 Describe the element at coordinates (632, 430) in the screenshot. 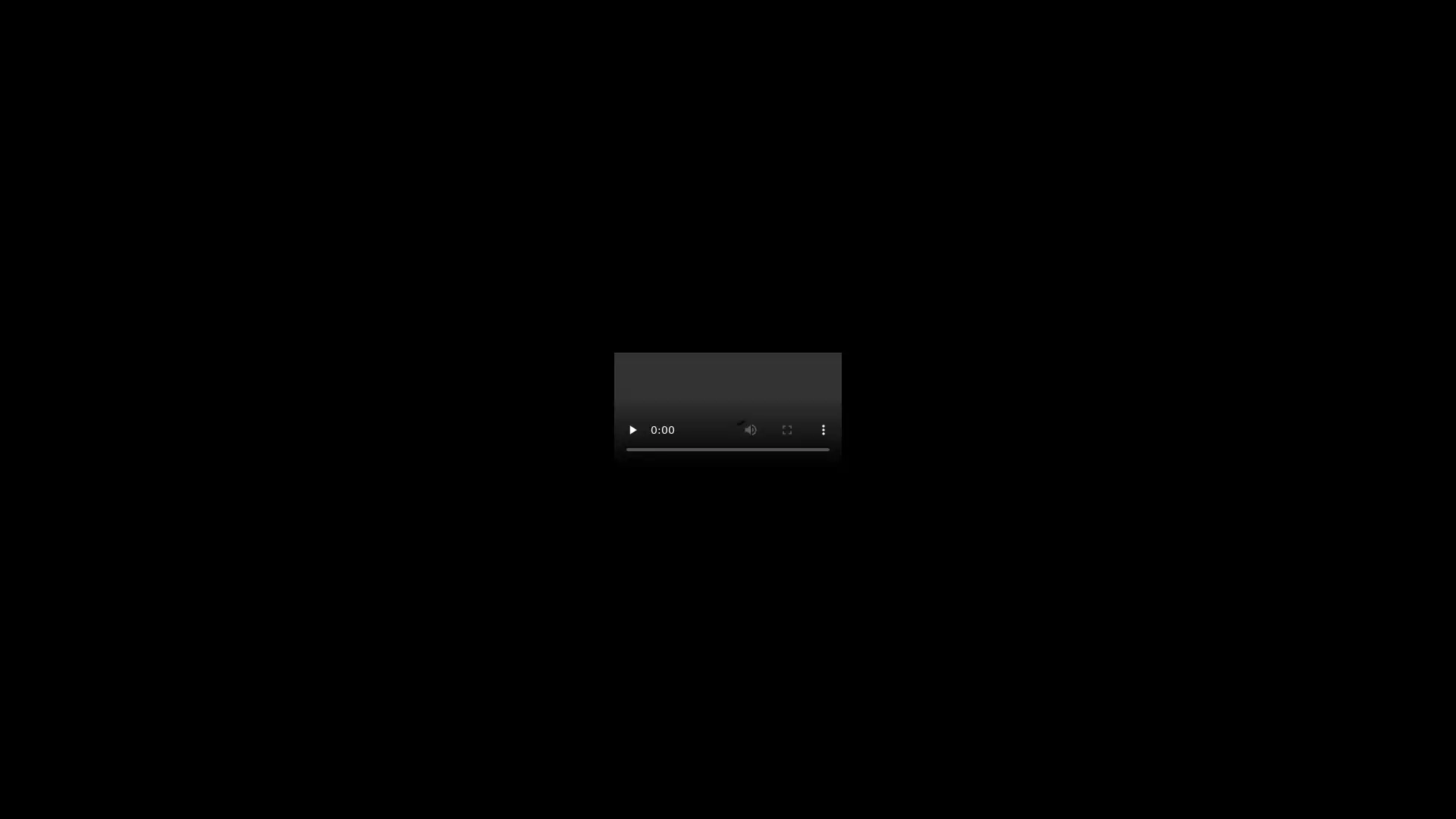

I see `play` at that location.